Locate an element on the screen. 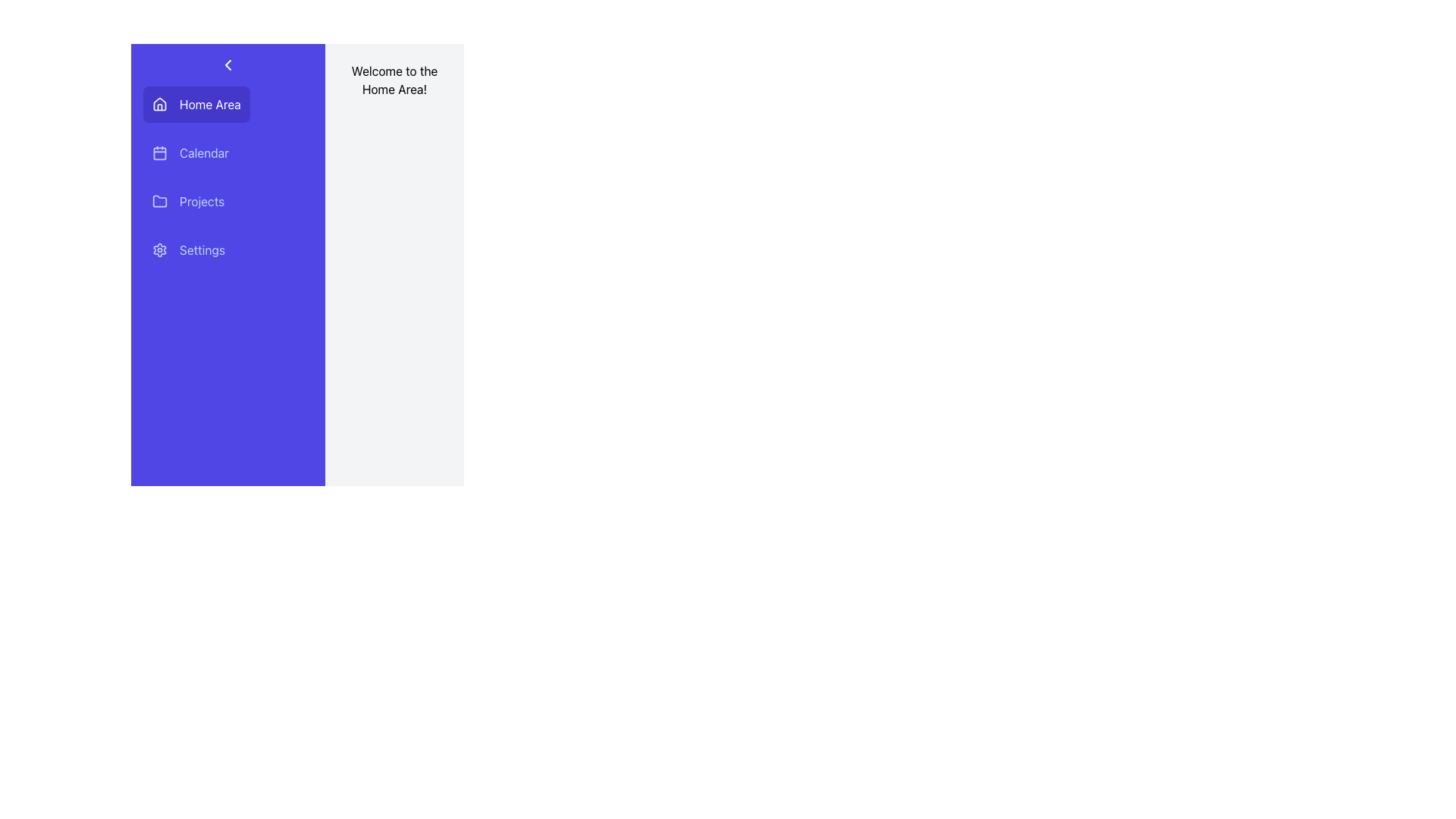 The width and height of the screenshot is (1456, 819). the navigation button located in the sidebar menu, which is the third option below 'Calendar' and above 'Settings' is located at coordinates (187, 201).